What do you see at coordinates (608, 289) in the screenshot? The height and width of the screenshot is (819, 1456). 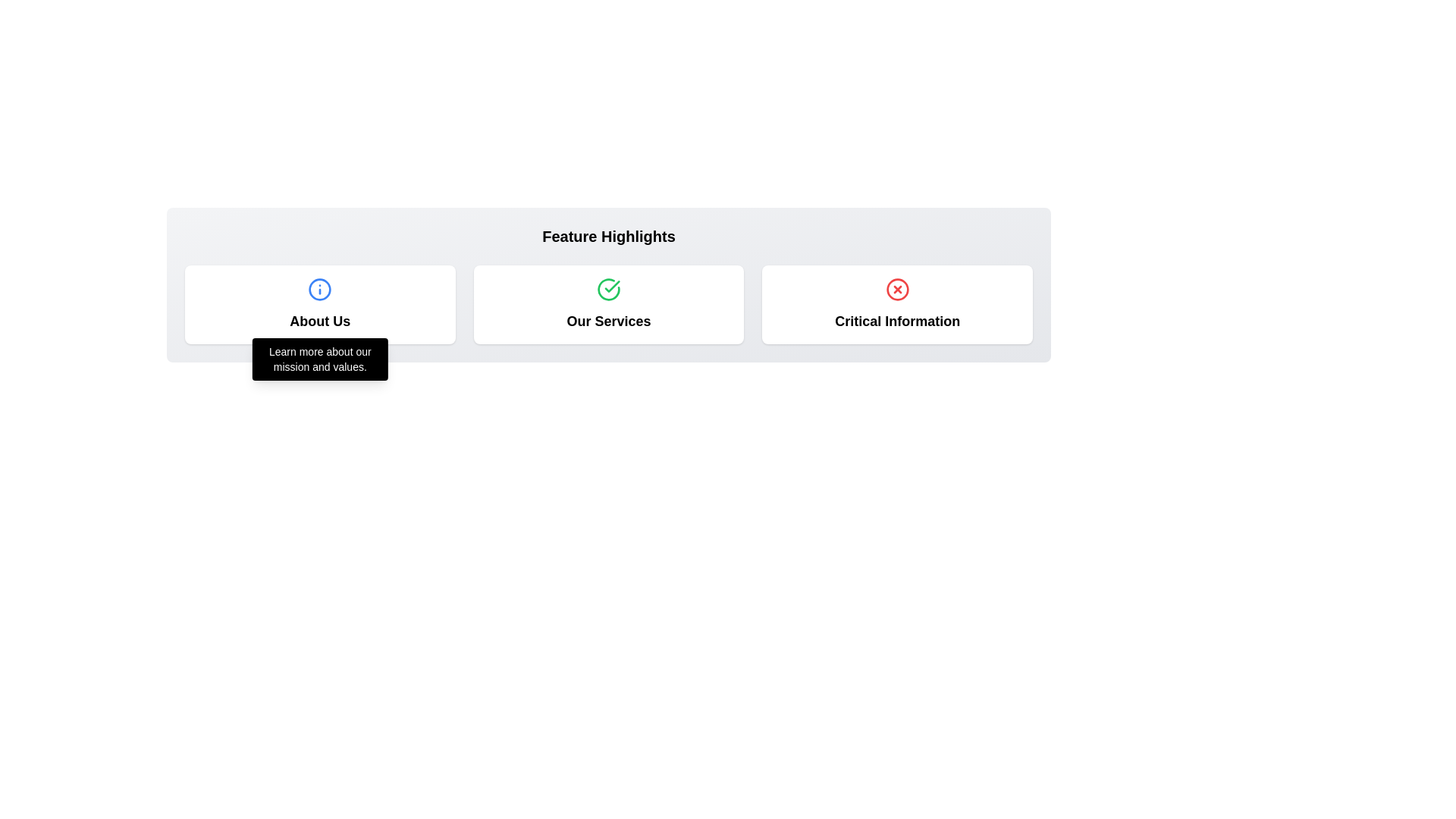 I see `the green tick mark icon inside the circular outline, indicating a positive or confirmed status, located in the 'Our Services' box` at bounding box center [608, 289].